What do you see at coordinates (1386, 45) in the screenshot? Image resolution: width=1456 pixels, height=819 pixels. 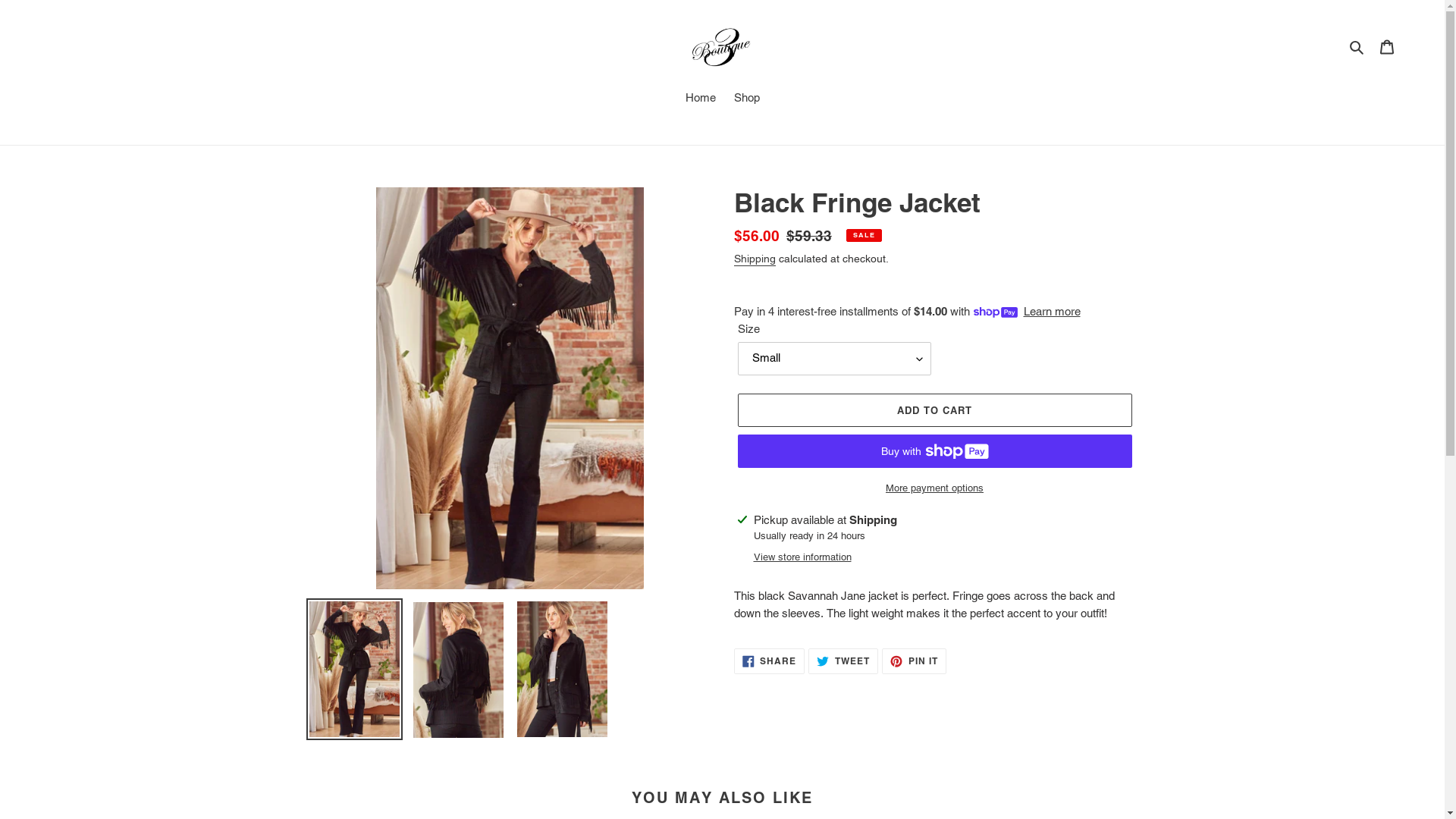 I see `'Cart'` at bounding box center [1386, 45].